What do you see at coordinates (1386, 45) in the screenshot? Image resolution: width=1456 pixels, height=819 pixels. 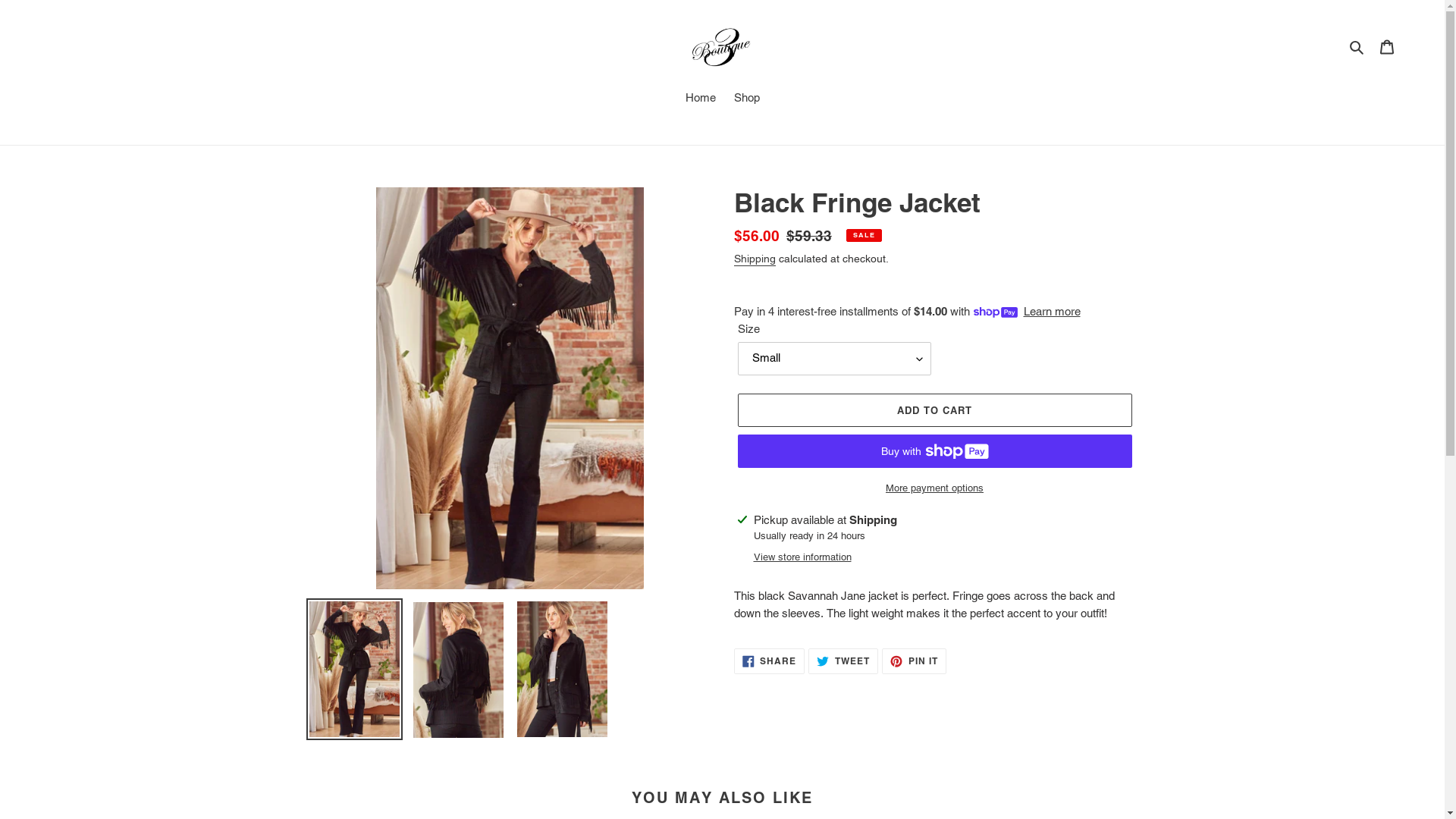 I see `'Cart'` at bounding box center [1386, 45].